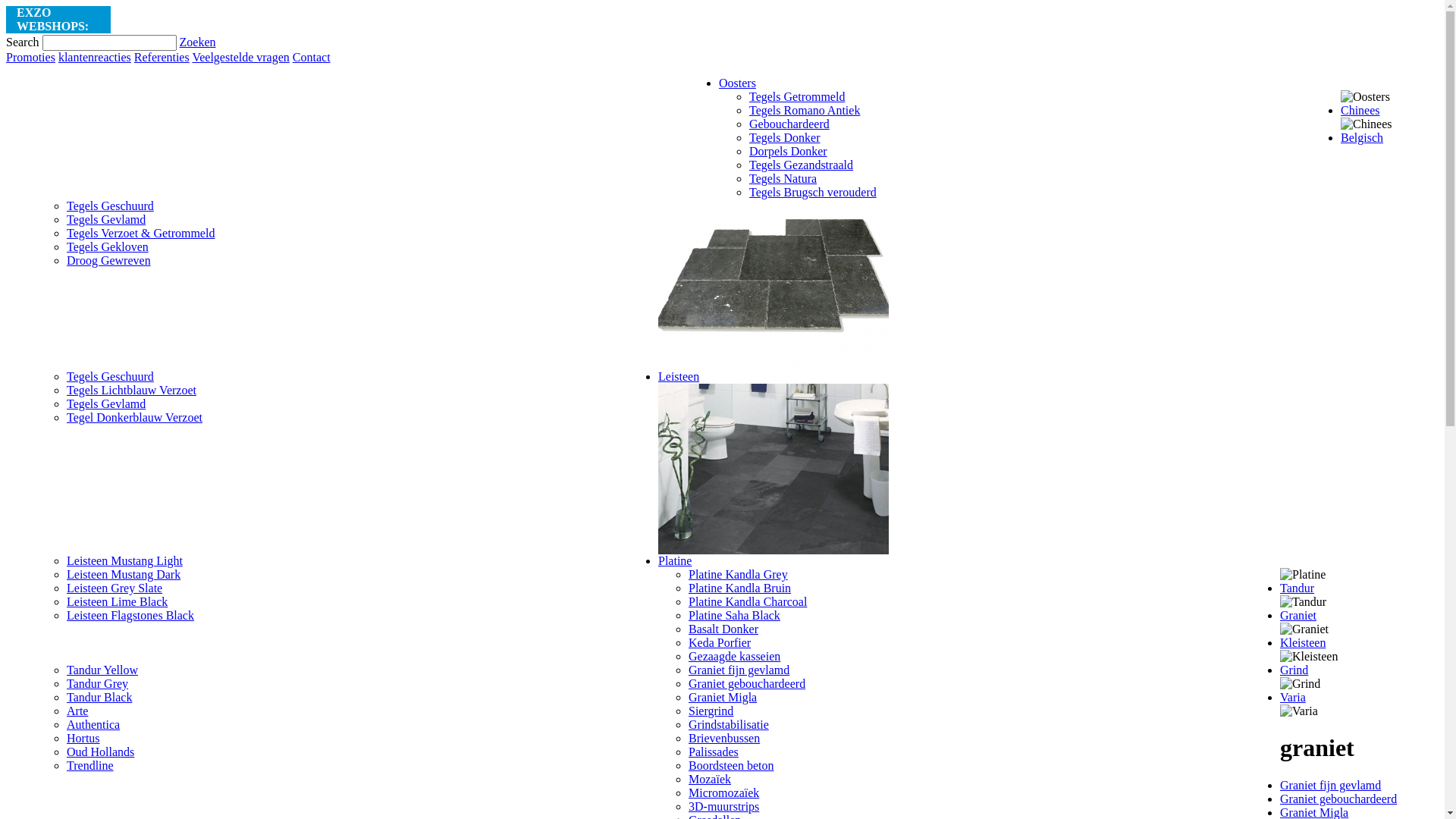 The image size is (1456, 819). I want to click on 'Tegels Romano Antiek', so click(803, 109).